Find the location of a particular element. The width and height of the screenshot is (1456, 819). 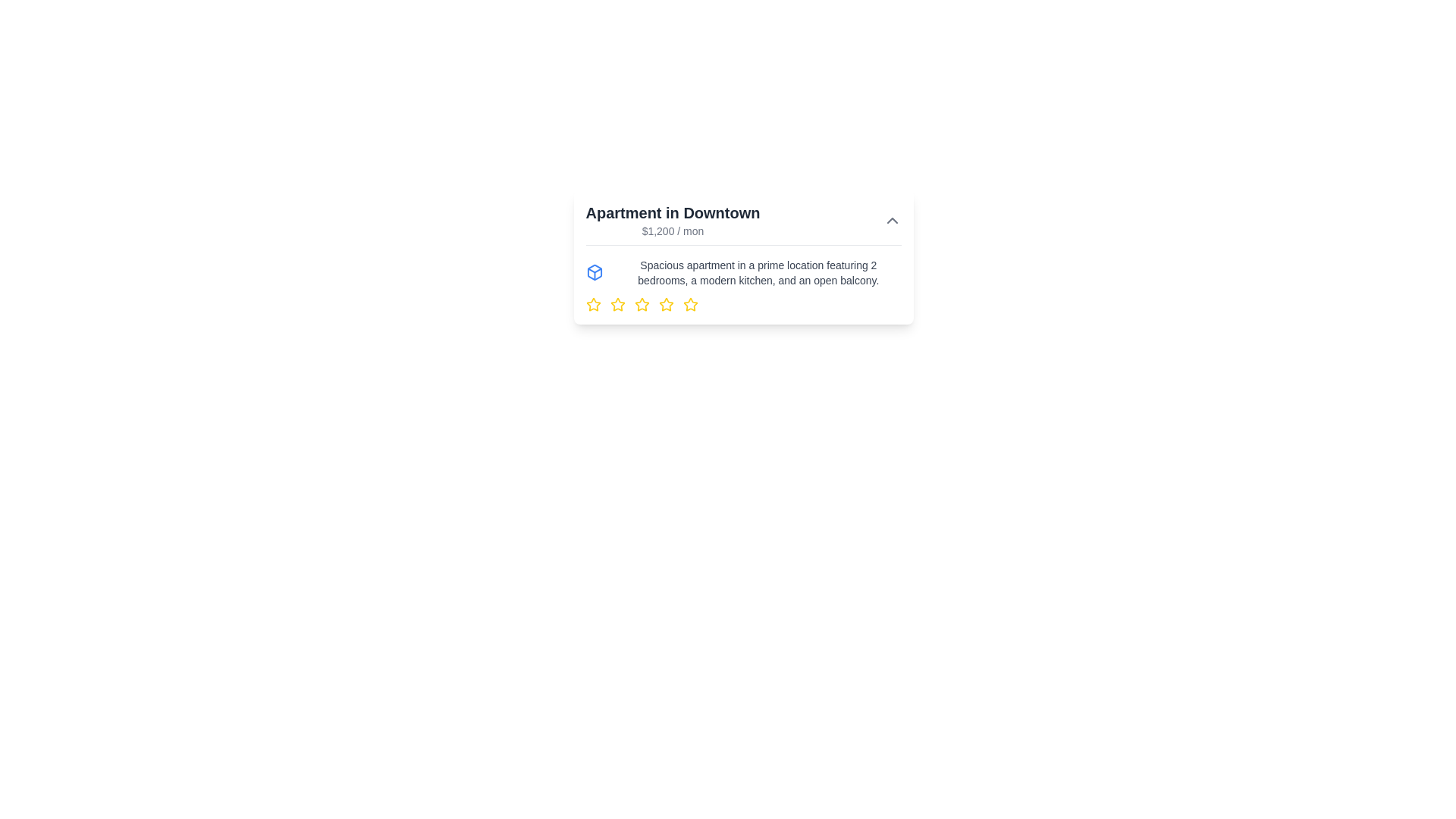

the text label 'Apartment in Downtown' is located at coordinates (672, 213).